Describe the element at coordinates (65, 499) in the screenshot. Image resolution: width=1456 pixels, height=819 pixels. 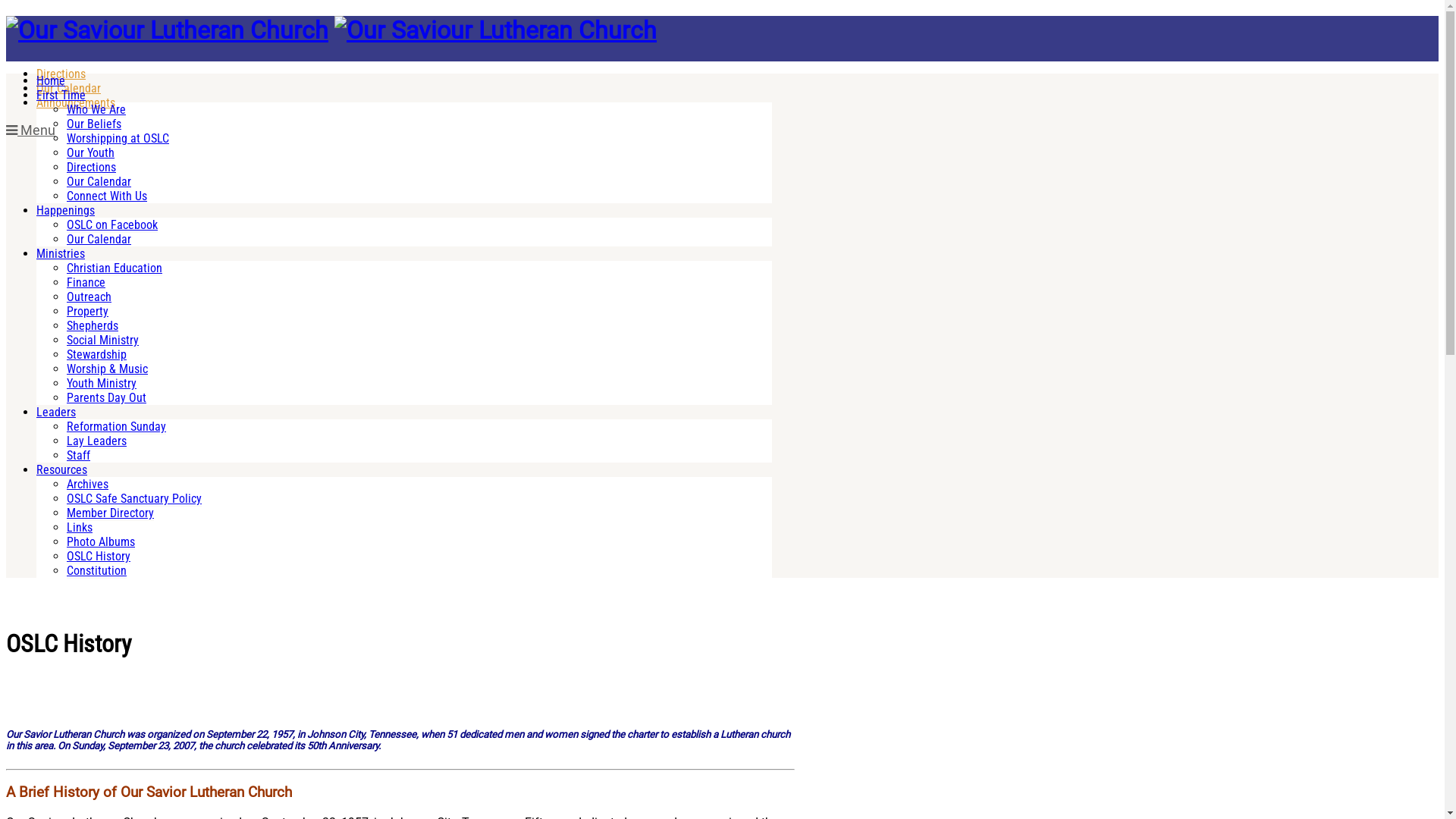
I see `'OSLC Safe Sanctuary Policy'` at that location.